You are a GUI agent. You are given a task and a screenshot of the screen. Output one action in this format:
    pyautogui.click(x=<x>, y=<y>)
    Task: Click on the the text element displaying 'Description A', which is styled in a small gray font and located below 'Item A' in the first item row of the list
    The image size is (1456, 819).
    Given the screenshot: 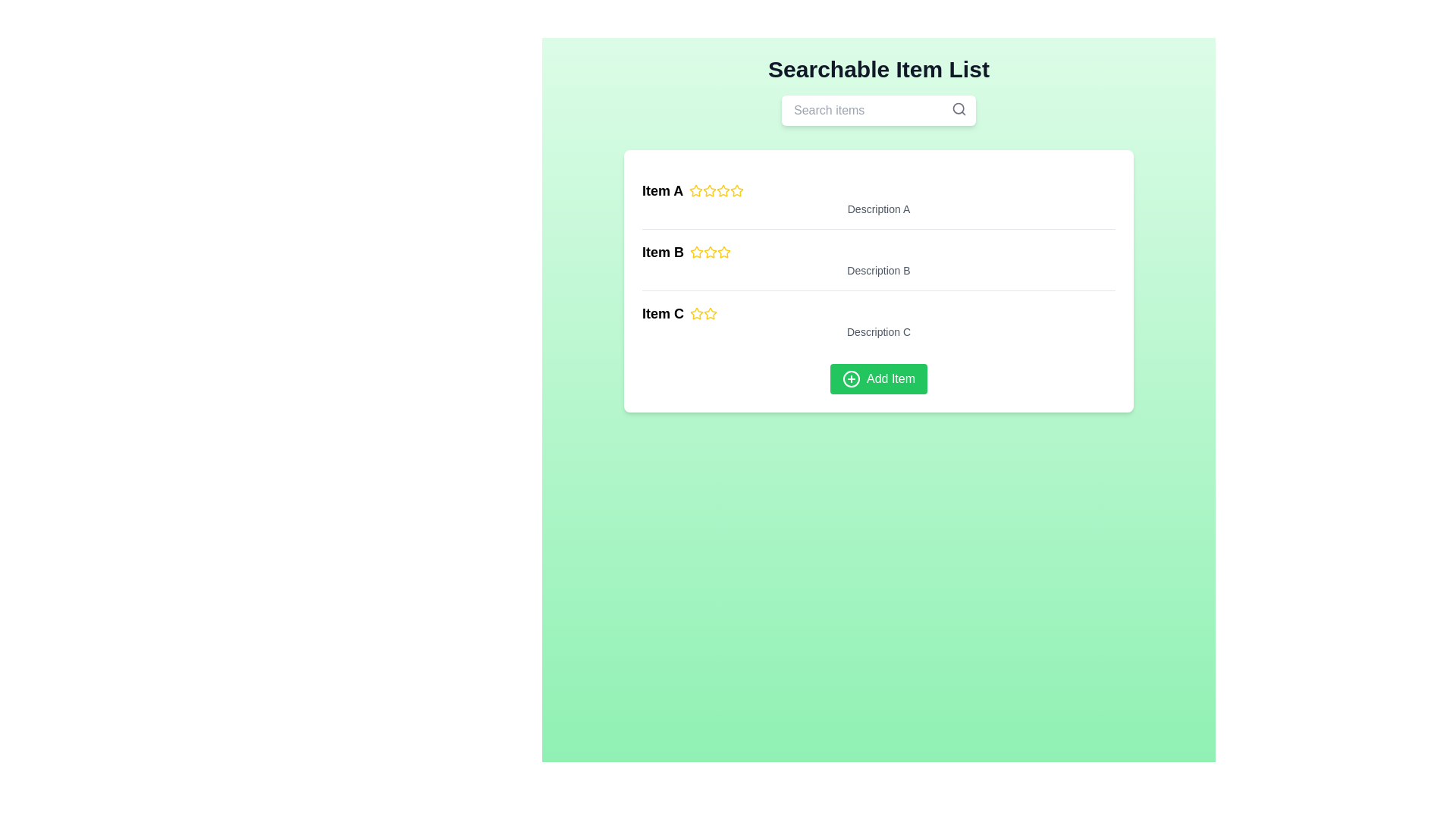 What is the action you would take?
    pyautogui.click(x=878, y=209)
    